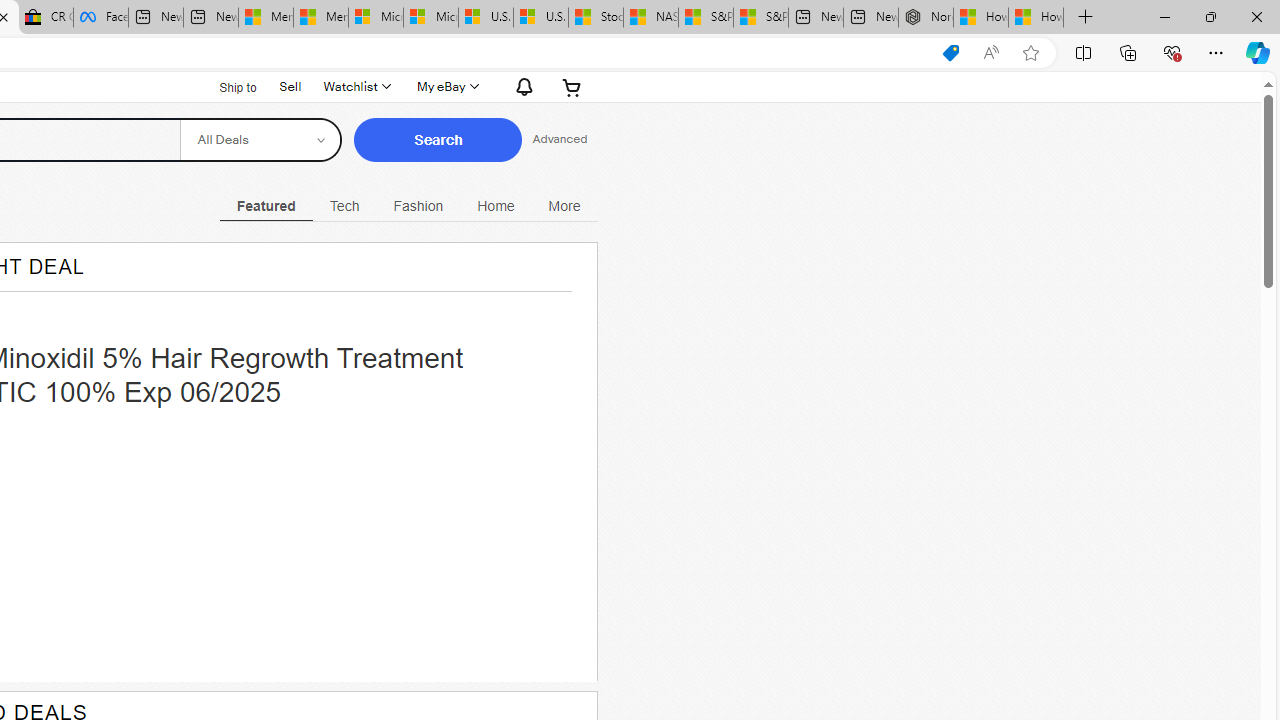 Image resolution: width=1280 pixels, height=720 pixels. Describe the element at coordinates (950, 52) in the screenshot. I see `'This site has coupons! Shopping in Microsoft Edge'` at that location.